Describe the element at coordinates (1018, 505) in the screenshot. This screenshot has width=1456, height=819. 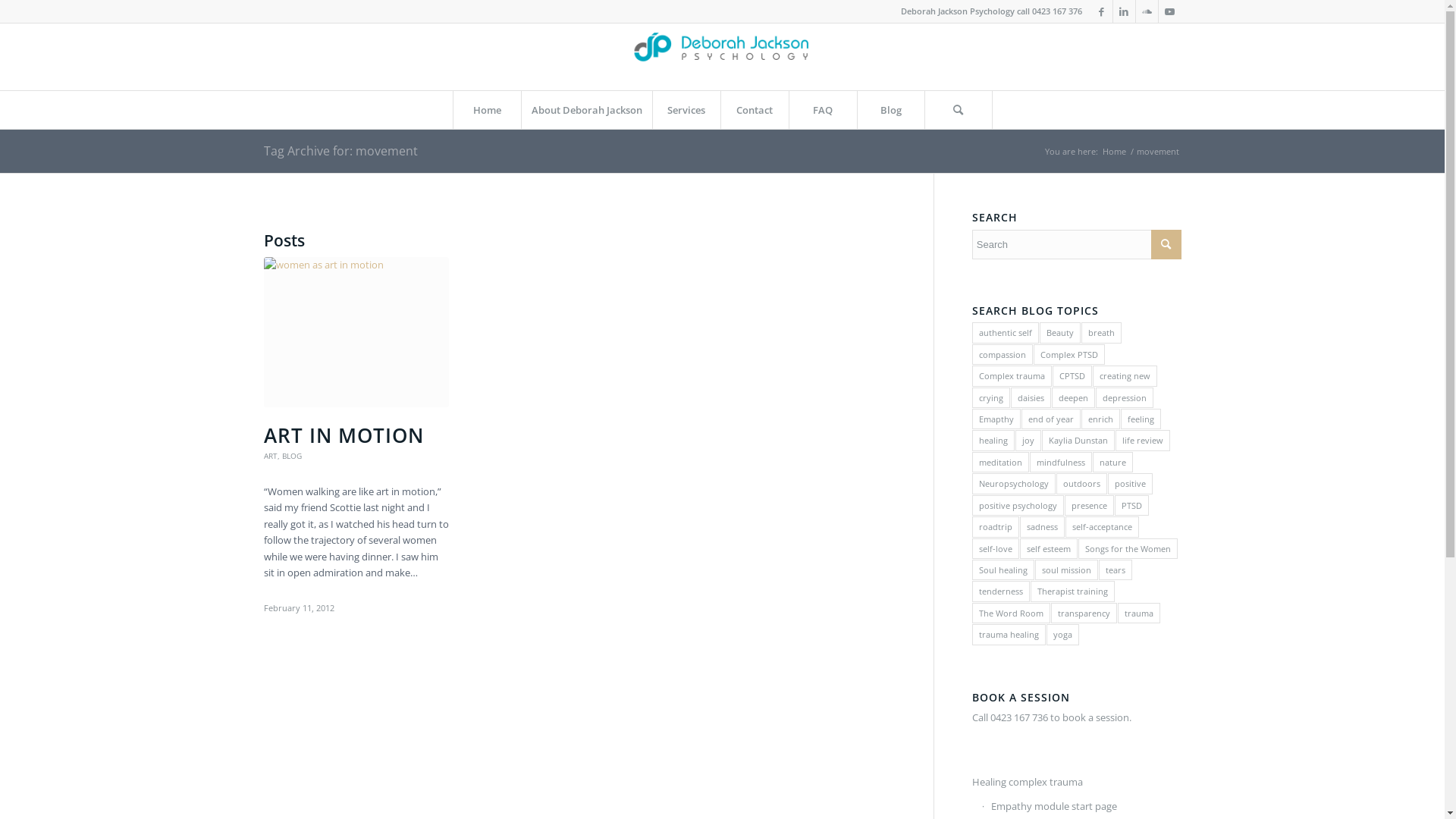
I see `'positive psychology'` at that location.